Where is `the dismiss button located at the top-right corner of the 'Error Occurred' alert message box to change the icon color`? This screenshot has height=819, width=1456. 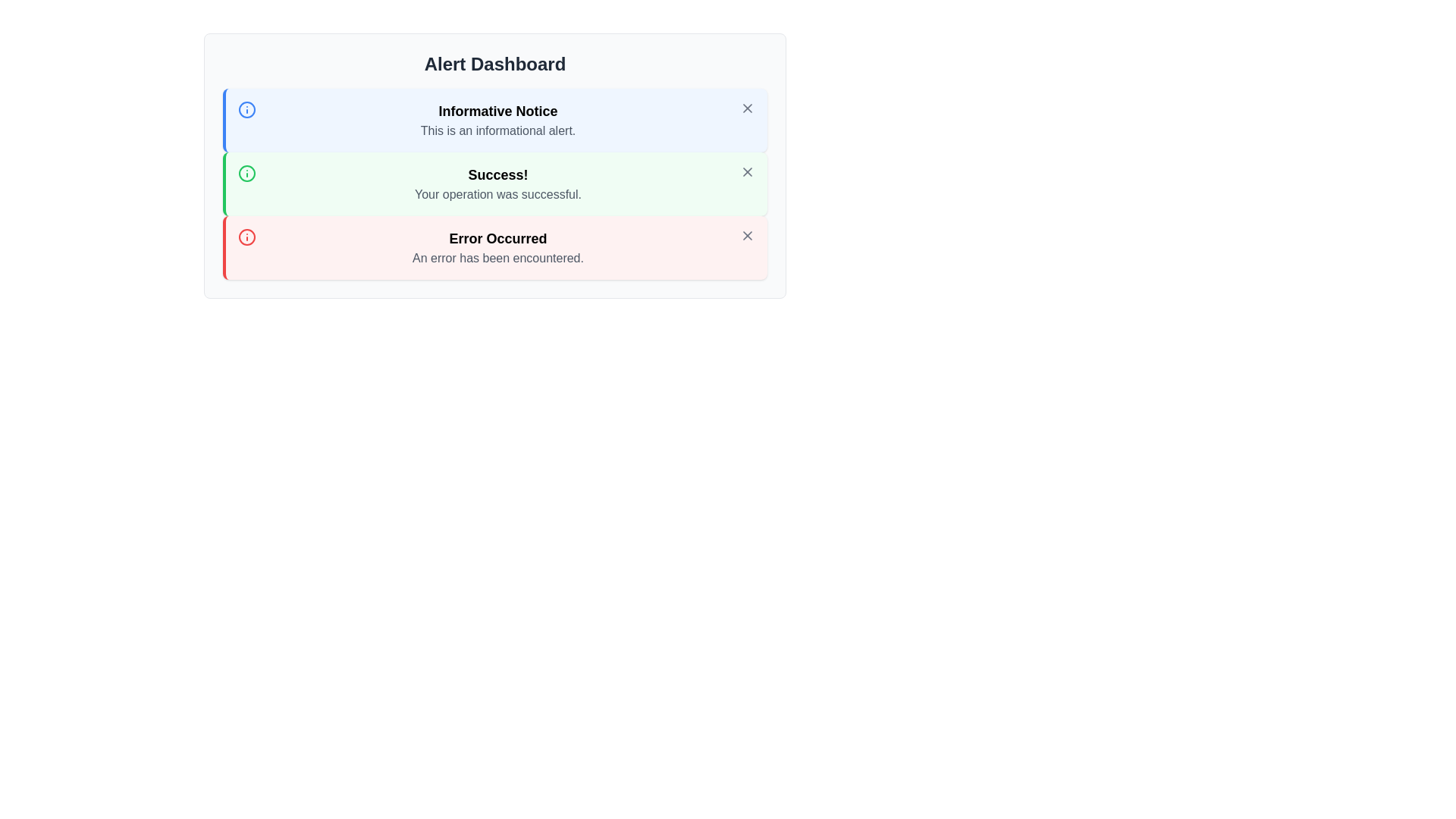 the dismiss button located at the top-right corner of the 'Error Occurred' alert message box to change the icon color is located at coordinates (747, 236).